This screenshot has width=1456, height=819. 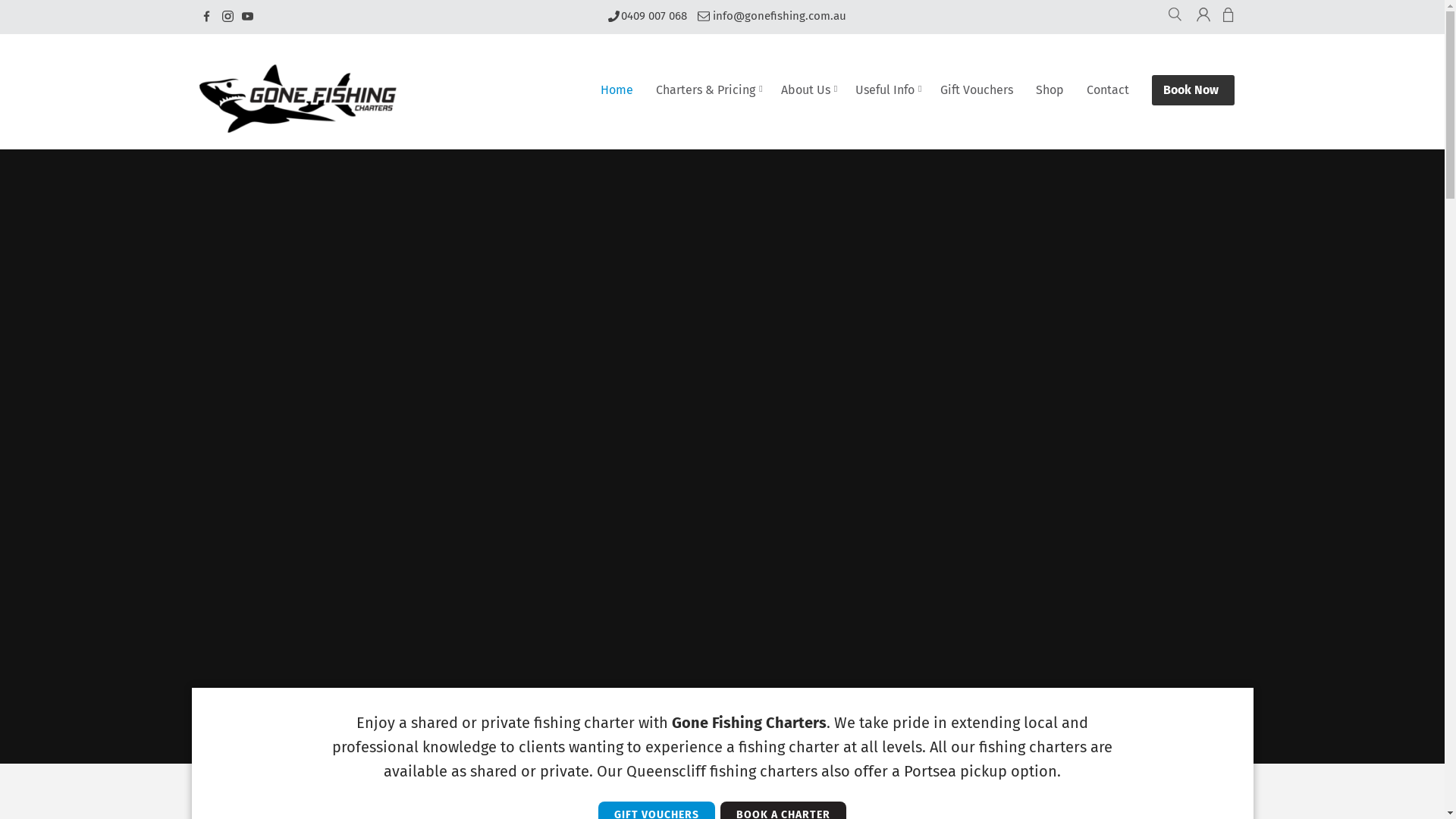 What do you see at coordinates (1191, 90) in the screenshot?
I see `'Book Now'` at bounding box center [1191, 90].